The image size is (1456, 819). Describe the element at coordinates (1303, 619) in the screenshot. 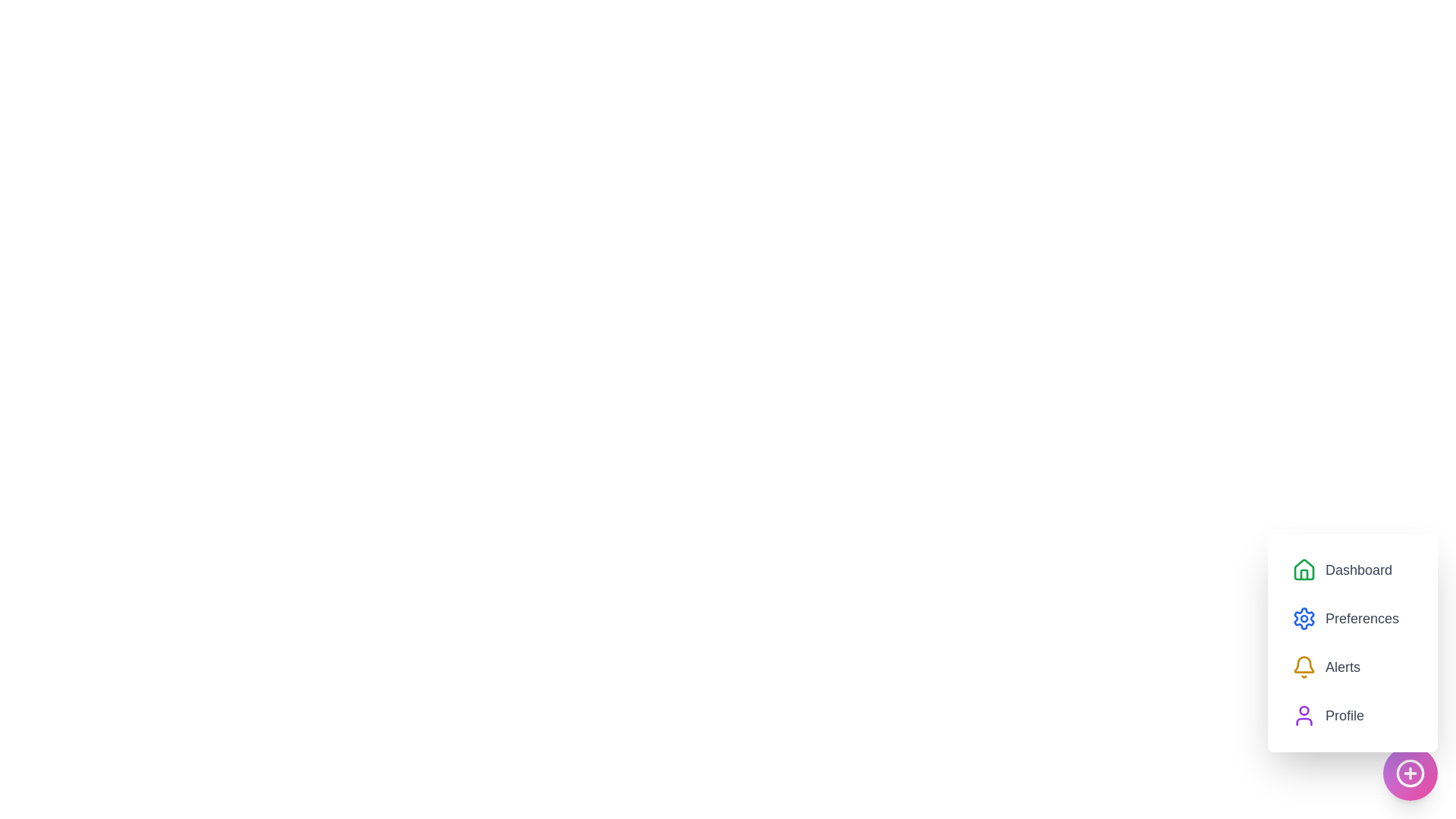

I see `the menu icon corresponding to Preferences` at that location.